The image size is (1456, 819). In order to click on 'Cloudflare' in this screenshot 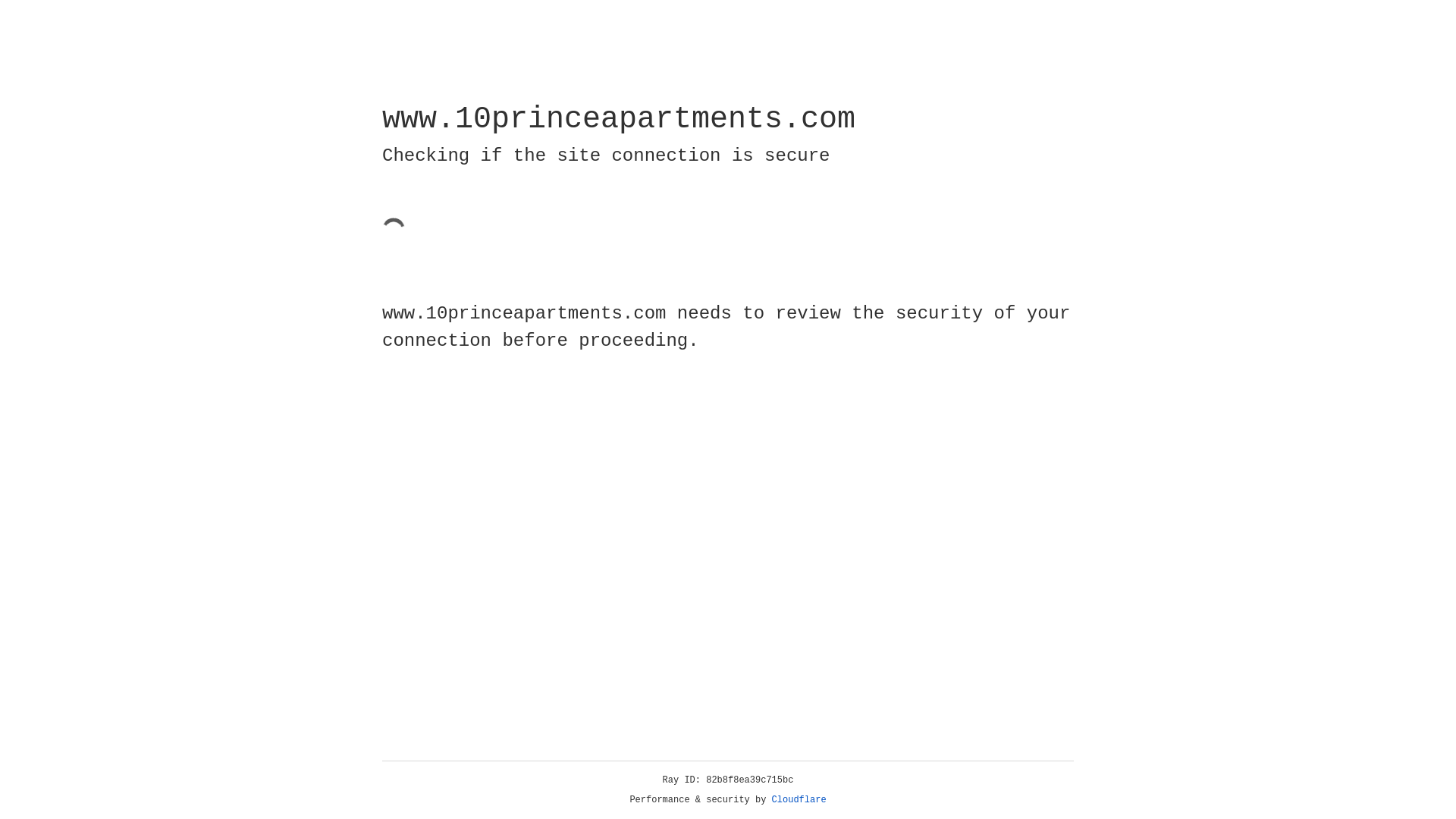, I will do `click(799, 799)`.